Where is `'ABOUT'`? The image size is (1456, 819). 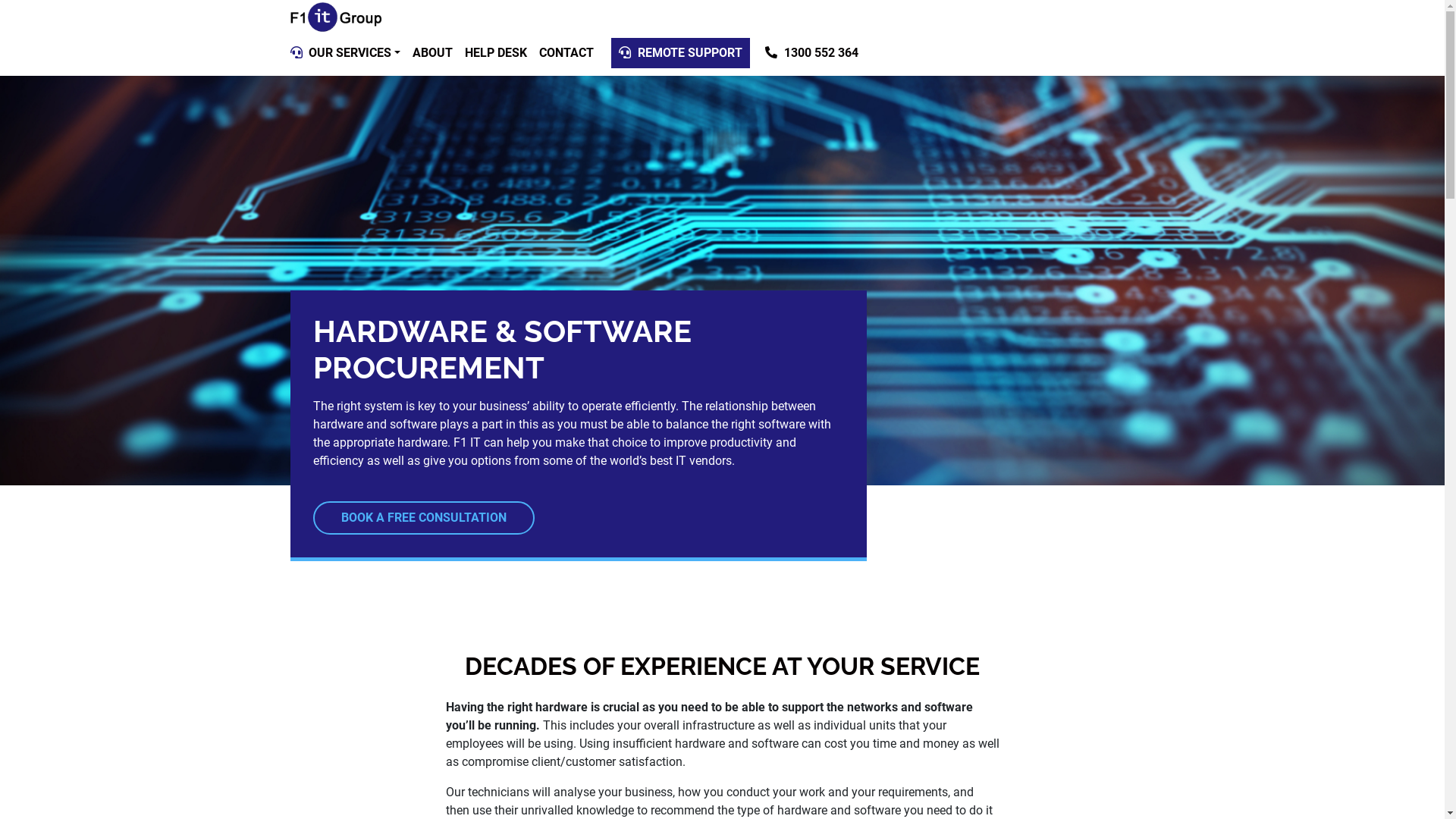 'ABOUT' is located at coordinates (431, 52).